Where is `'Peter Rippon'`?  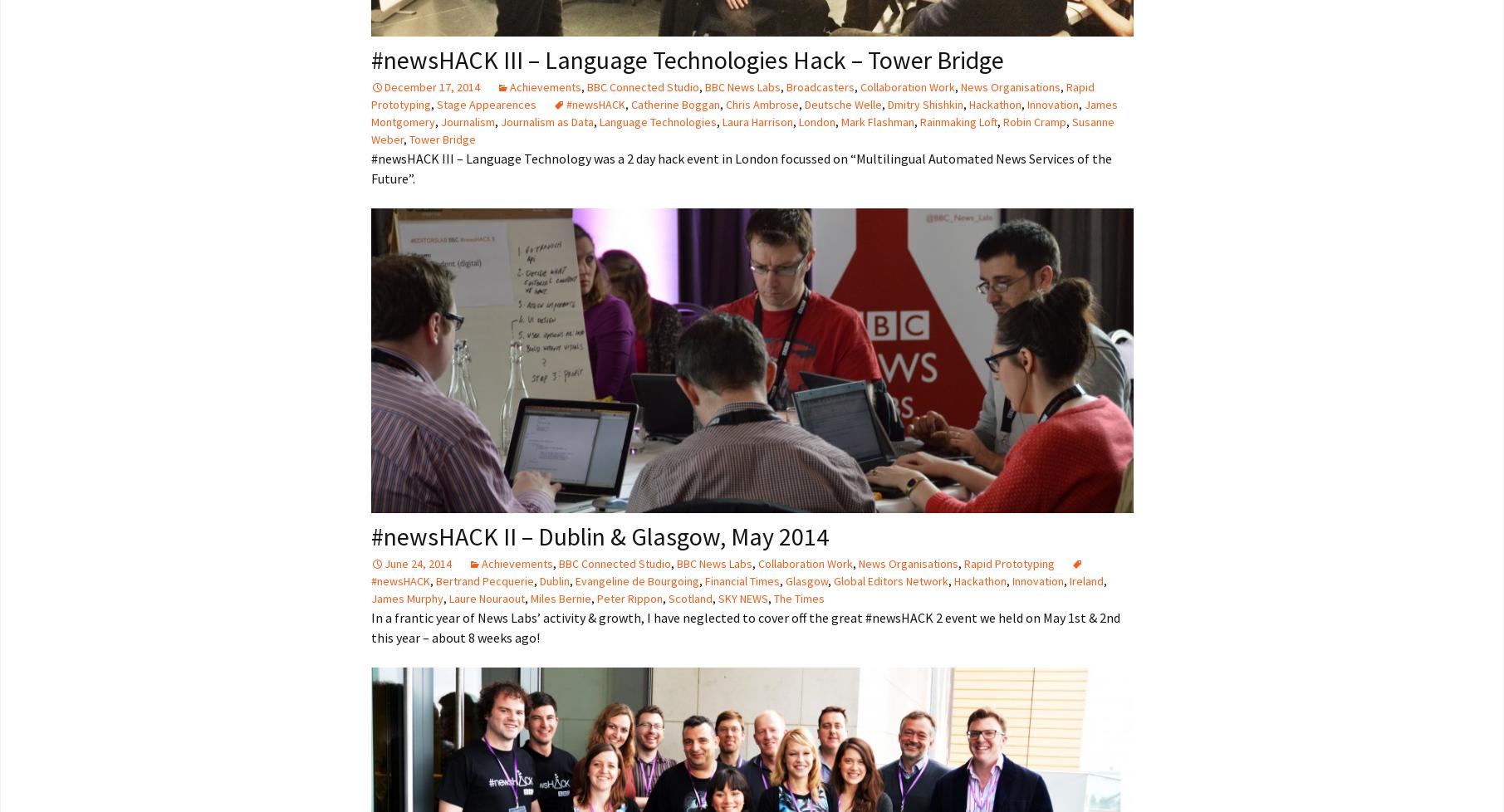 'Peter Rippon' is located at coordinates (628, 598).